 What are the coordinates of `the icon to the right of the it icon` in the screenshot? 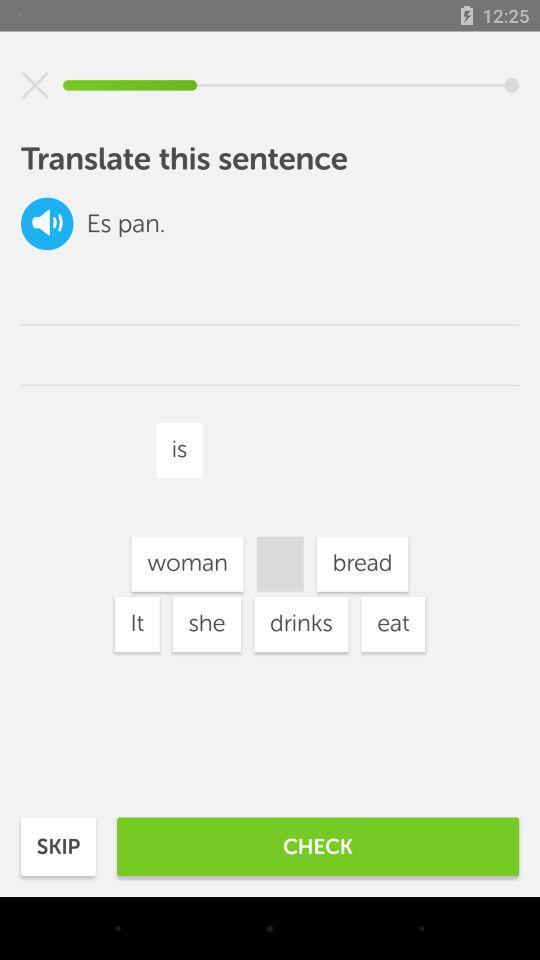 It's located at (205, 623).